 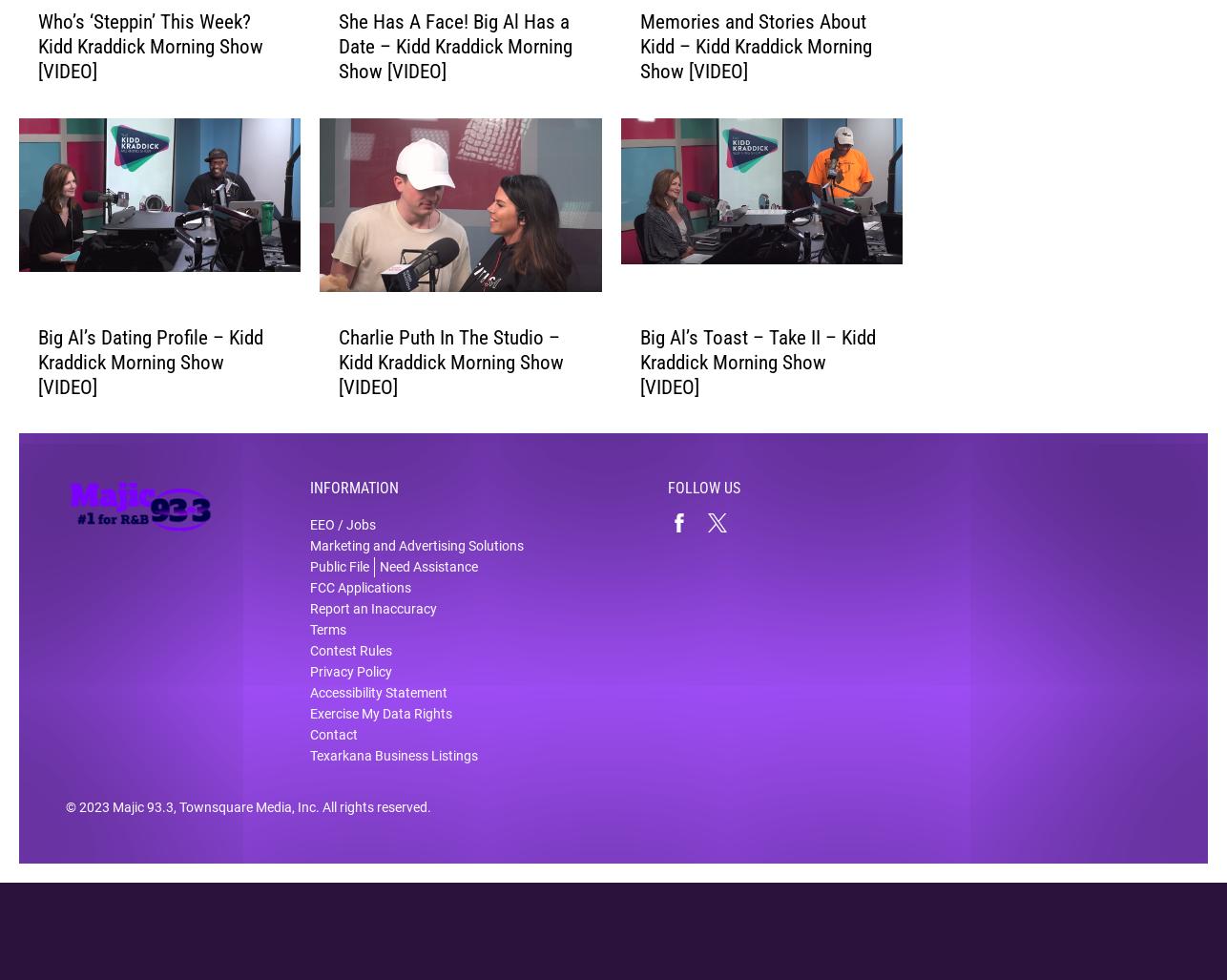 I want to click on 'Public File', so click(x=338, y=579).